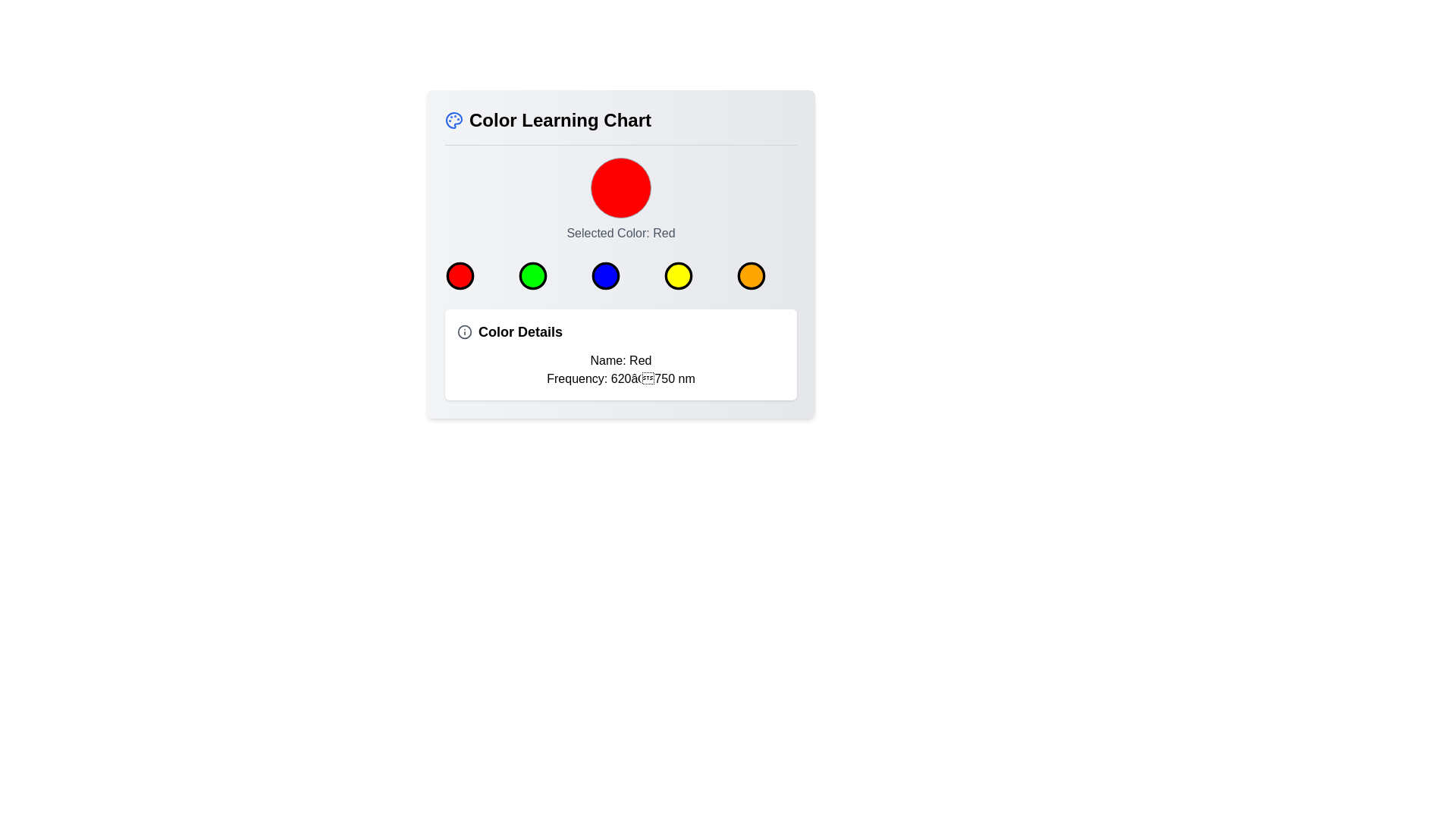 The image size is (1456, 819). Describe the element at coordinates (459, 275) in the screenshot. I see `the first circular button with a red fill and black border to trigger the hover effect` at that location.